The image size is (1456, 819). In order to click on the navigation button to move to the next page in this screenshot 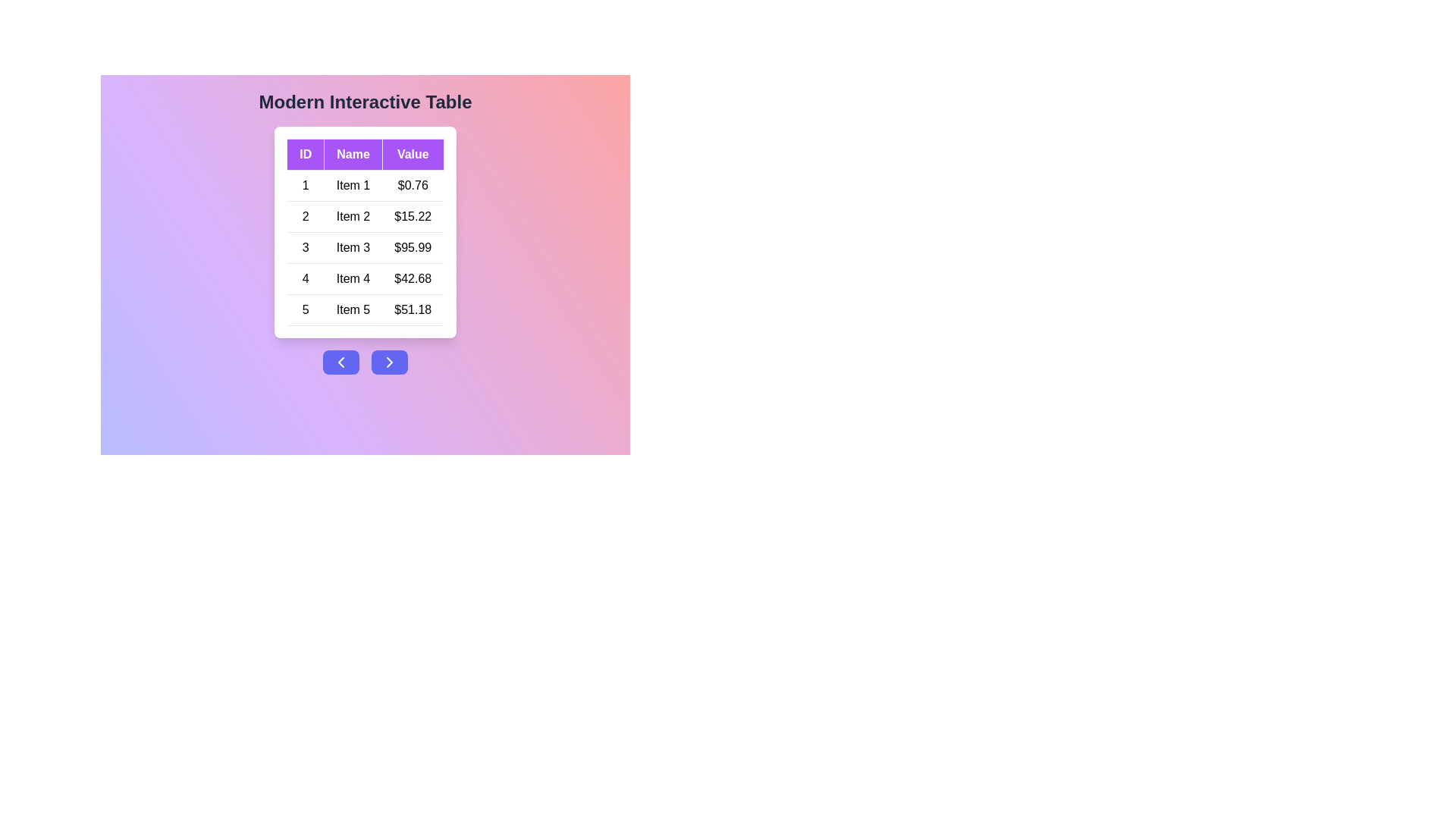, I will do `click(389, 362)`.